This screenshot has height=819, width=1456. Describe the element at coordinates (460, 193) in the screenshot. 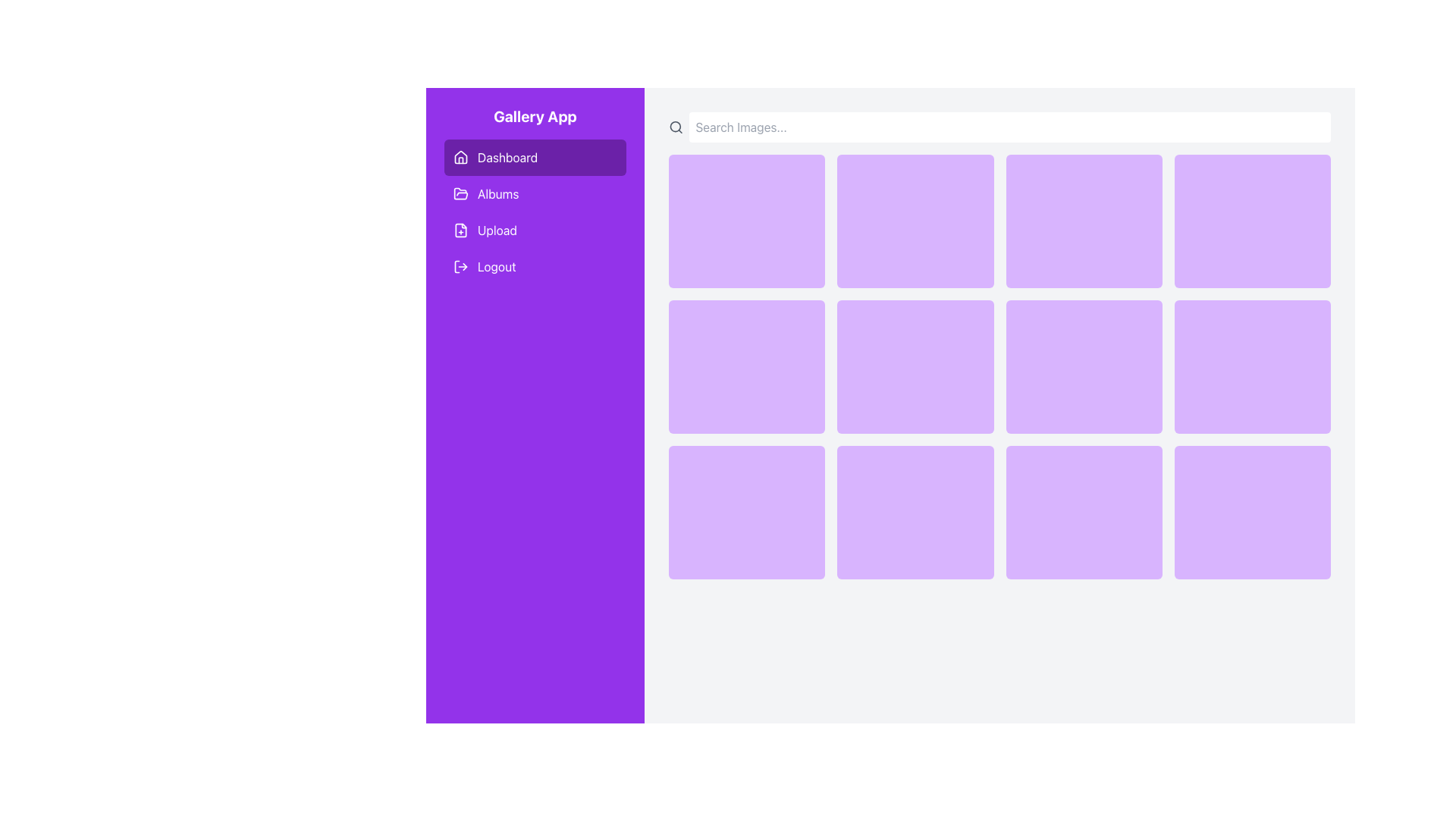

I see `the open folder SVG icon located next to the 'Albums' label in the vertical navigation menu` at that location.